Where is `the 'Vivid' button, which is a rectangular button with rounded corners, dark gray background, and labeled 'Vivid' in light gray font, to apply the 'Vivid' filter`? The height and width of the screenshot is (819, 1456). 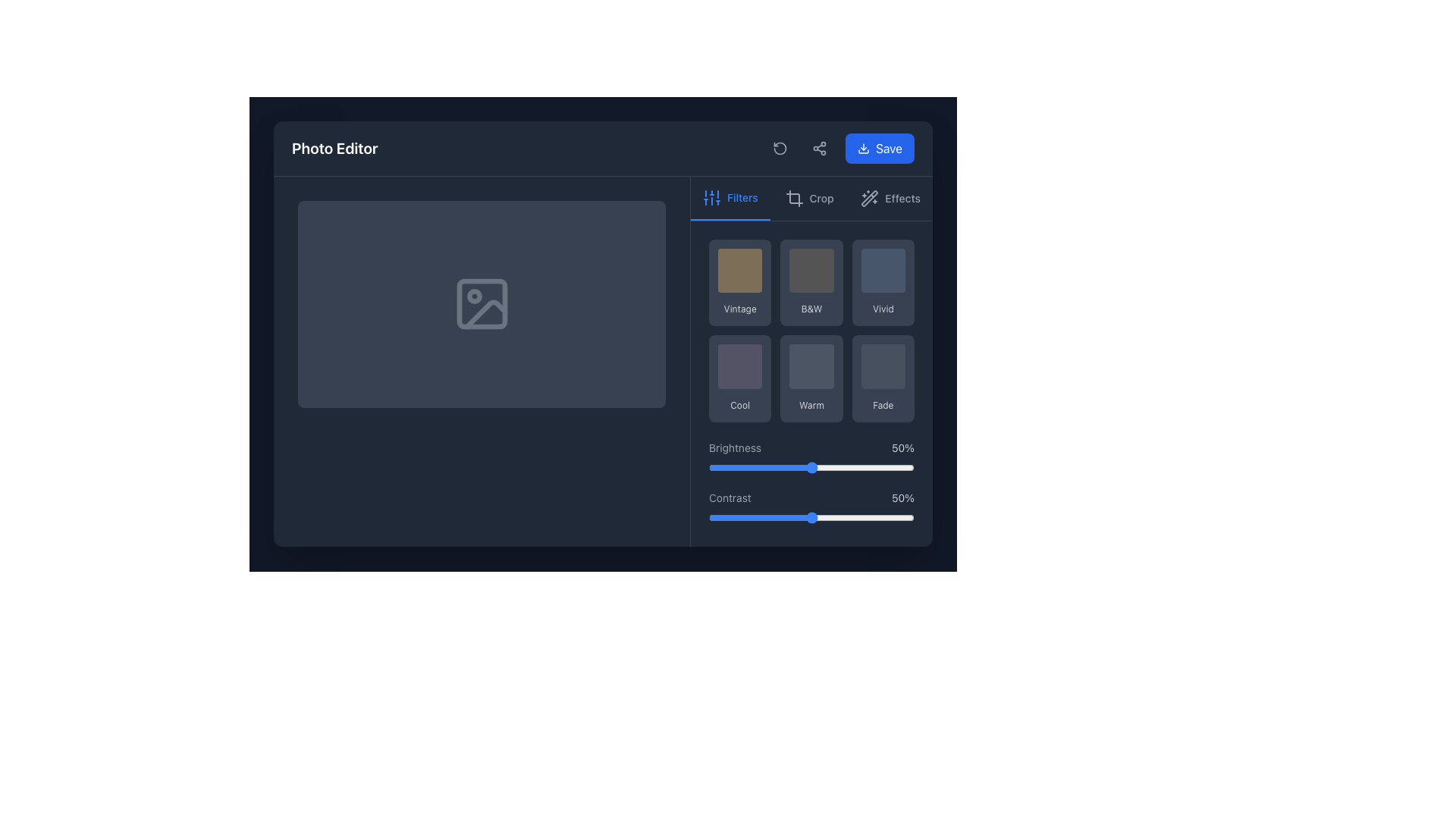 the 'Vivid' button, which is a rectangular button with rounded corners, dark gray background, and labeled 'Vivid' in light gray font, to apply the 'Vivid' filter is located at coordinates (883, 283).